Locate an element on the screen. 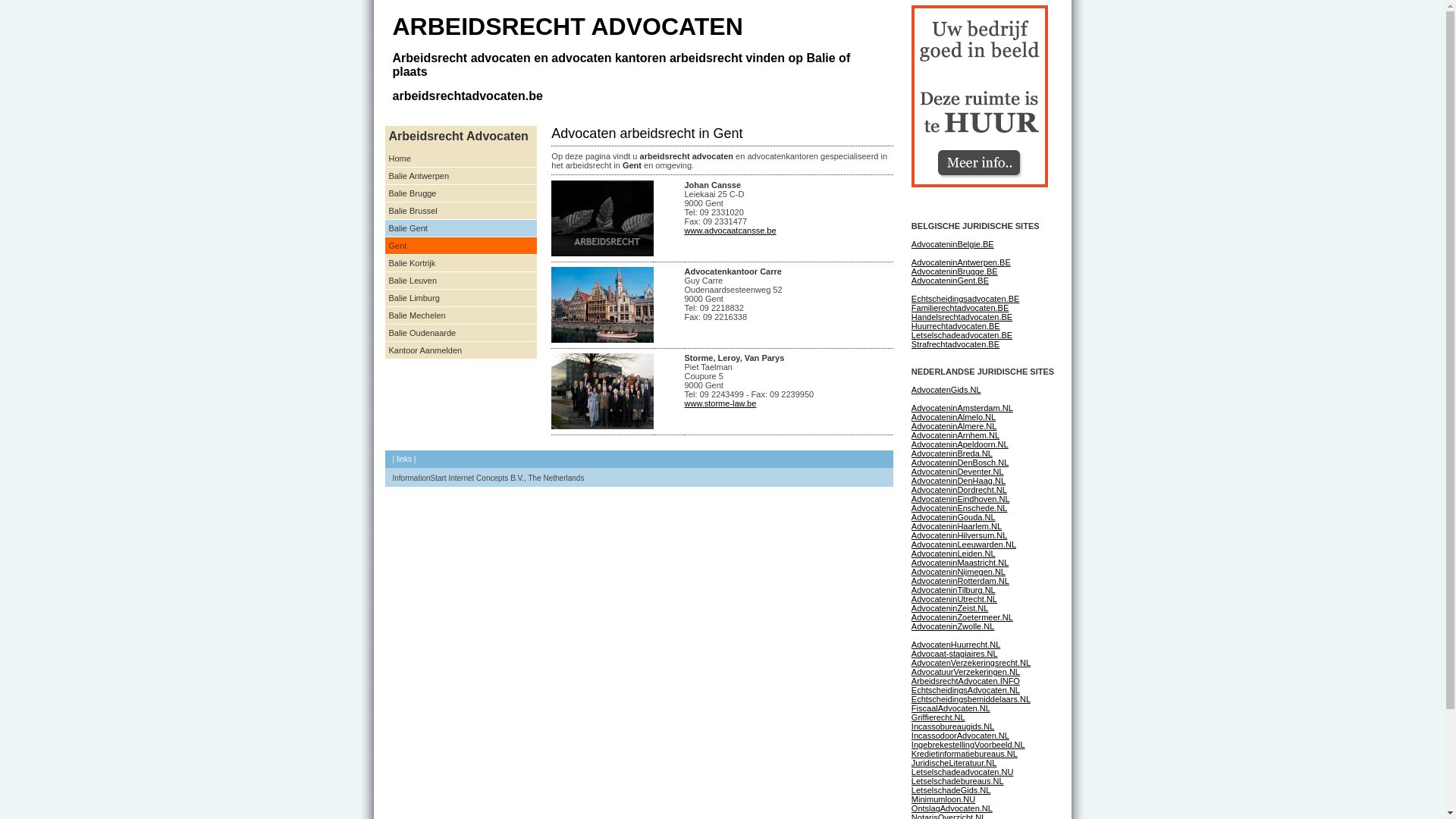 The image size is (1456, 819). 'AdvocateninLeeuwarden.NL' is located at coordinates (963, 543).